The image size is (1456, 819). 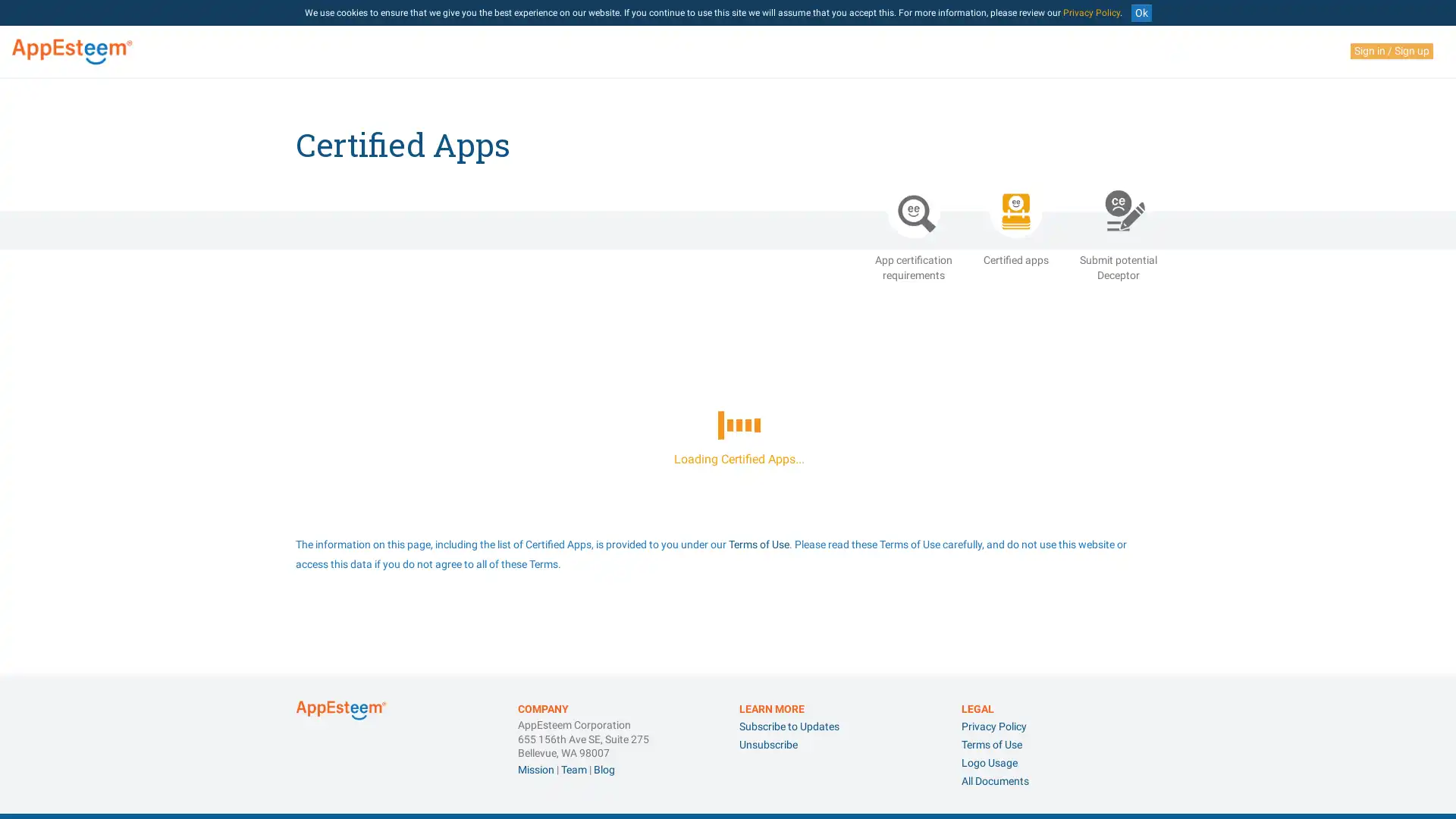 I want to click on Previous, so click(x=1074, y=757).